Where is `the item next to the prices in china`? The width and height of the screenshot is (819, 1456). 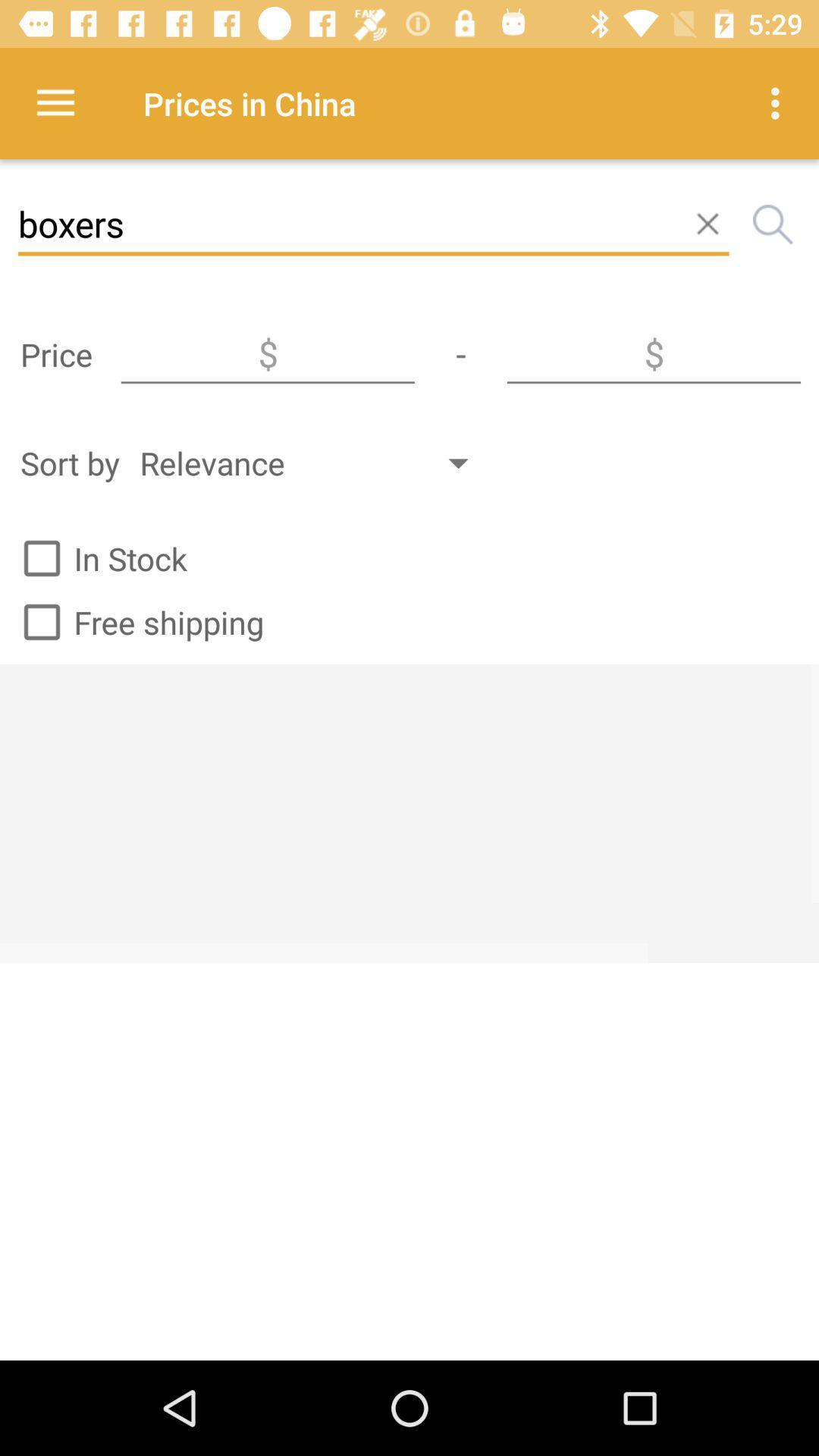
the item next to the prices in china is located at coordinates (779, 102).